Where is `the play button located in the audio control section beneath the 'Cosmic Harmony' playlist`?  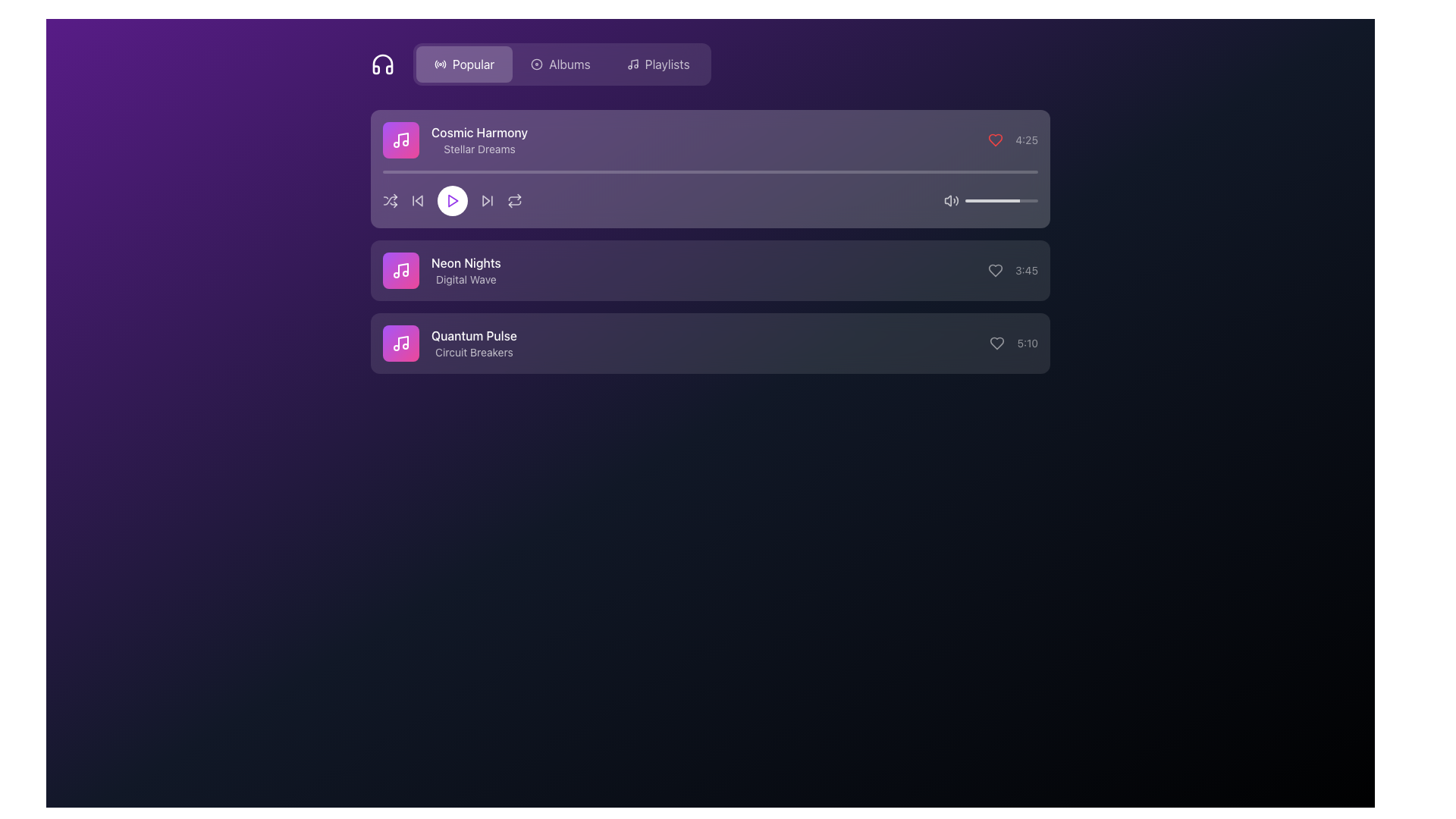 the play button located in the audio control section beneath the 'Cosmic Harmony' playlist is located at coordinates (451, 200).